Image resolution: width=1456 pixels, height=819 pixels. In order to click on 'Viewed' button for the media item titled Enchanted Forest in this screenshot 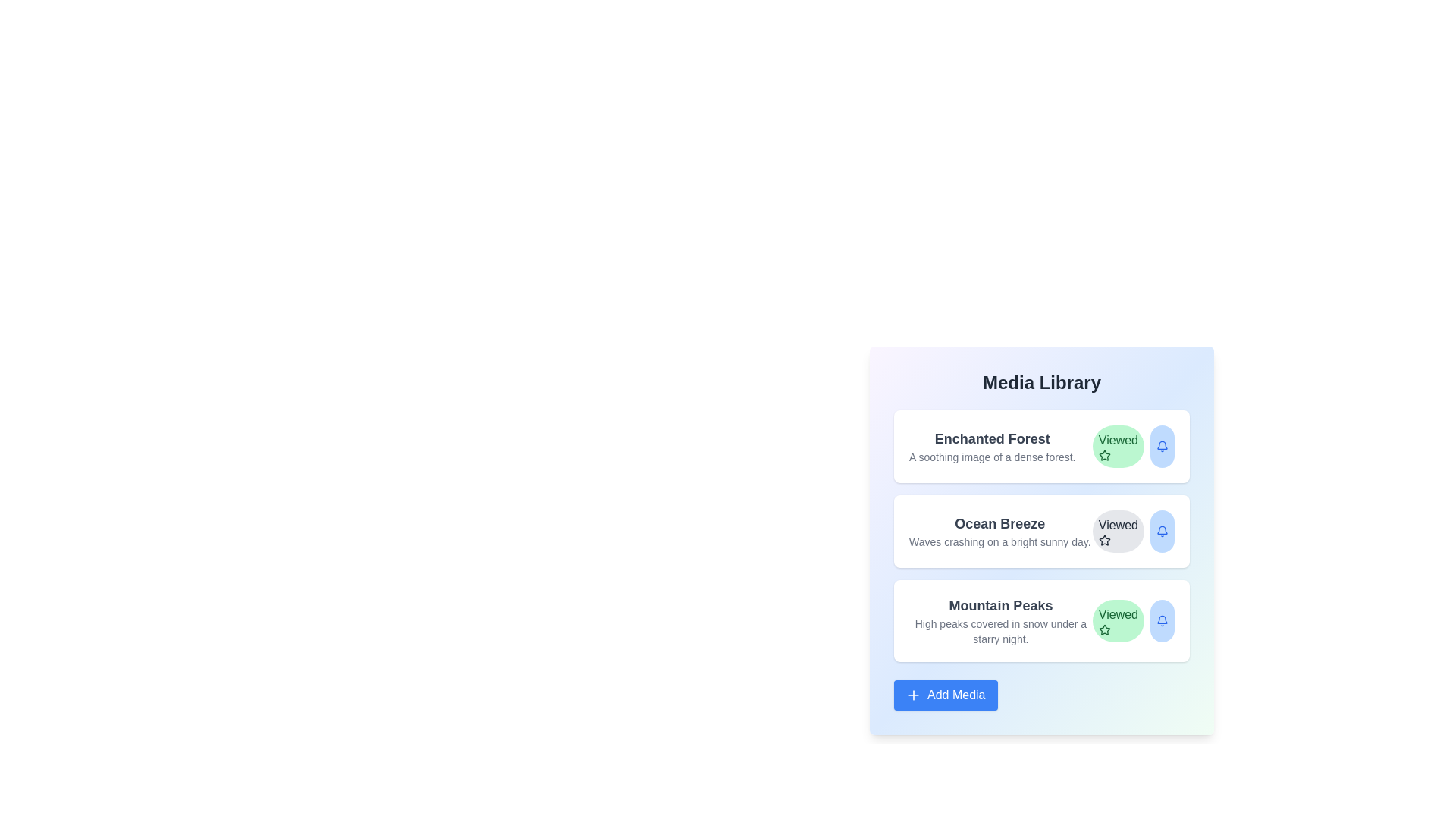, I will do `click(1118, 446)`.